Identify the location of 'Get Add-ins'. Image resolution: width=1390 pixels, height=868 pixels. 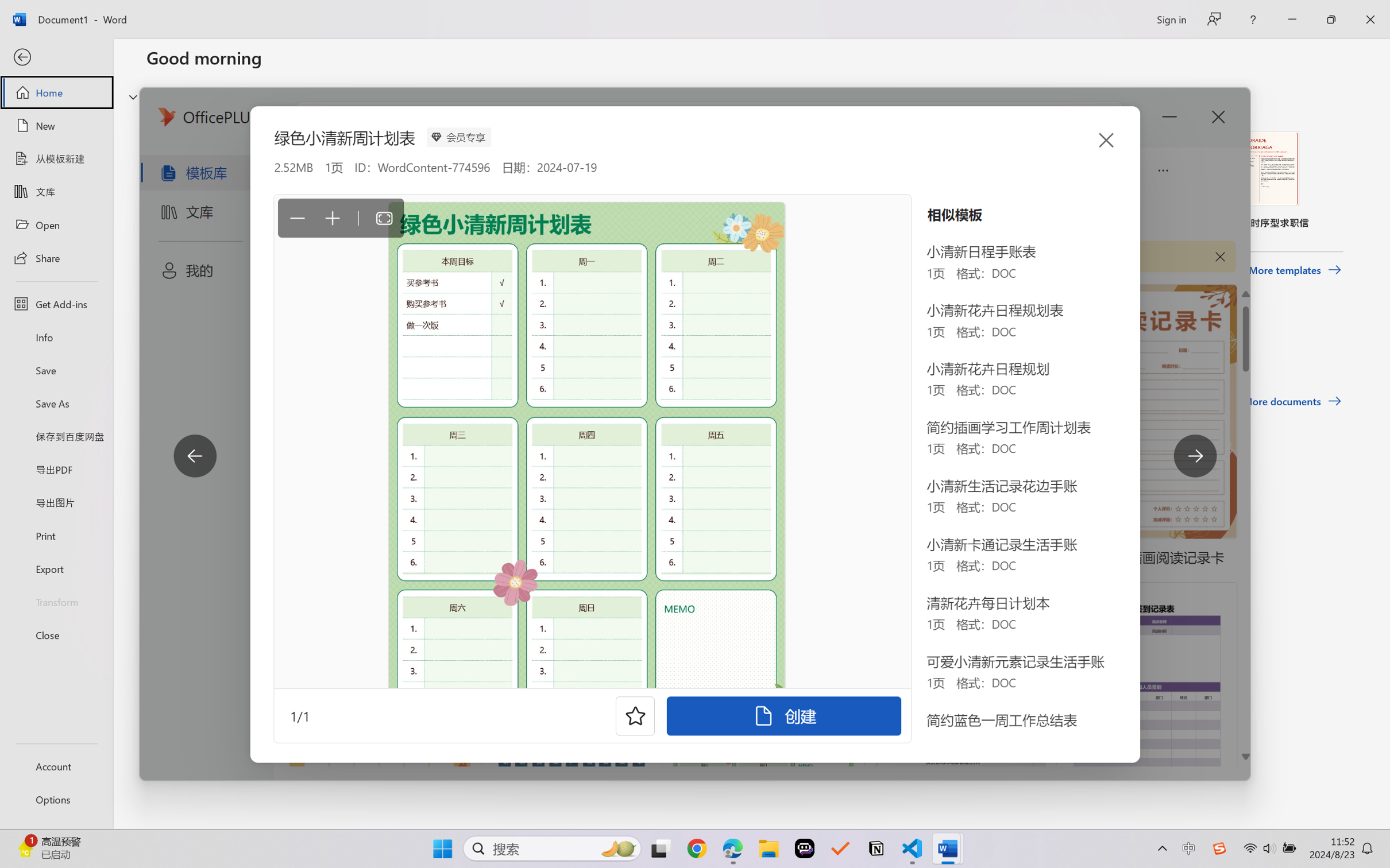
(56, 303).